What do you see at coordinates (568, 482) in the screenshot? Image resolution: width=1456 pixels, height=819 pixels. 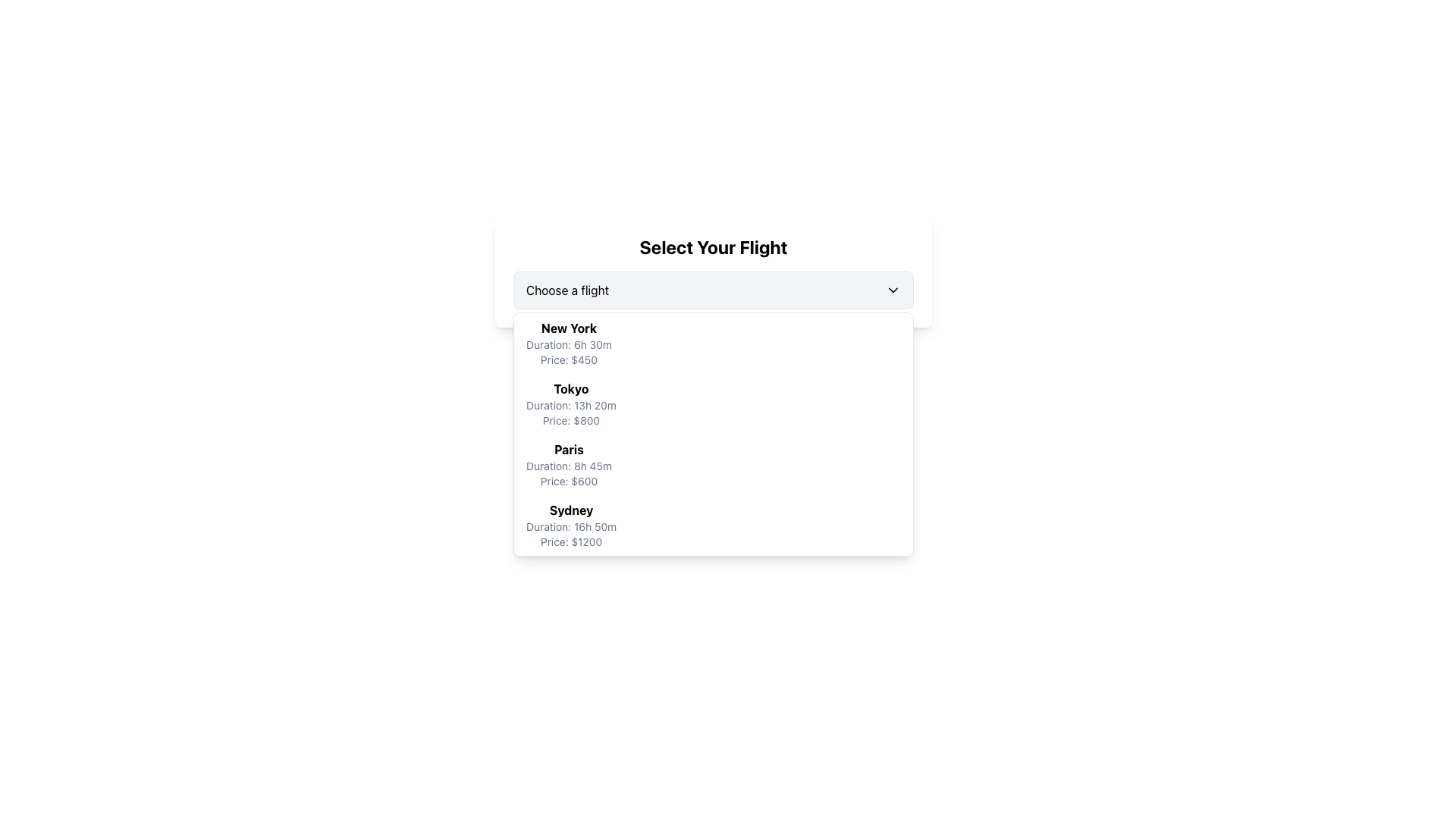 I see `the static text displaying 'Price: $600', which is positioned below the 'Duration: 8h 45m' text in the Paris flight option row` at bounding box center [568, 482].